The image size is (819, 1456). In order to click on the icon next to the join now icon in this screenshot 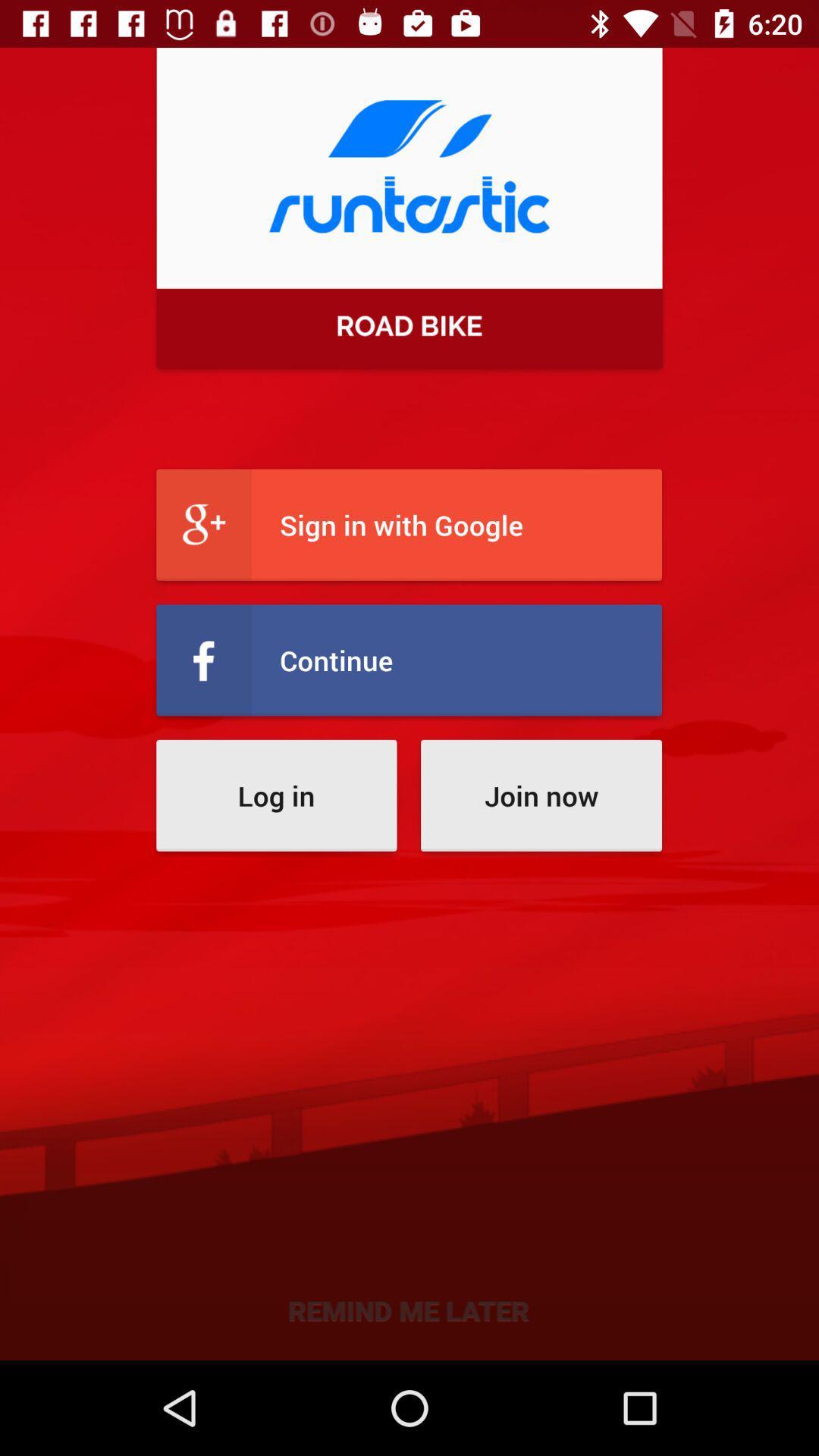, I will do `click(276, 795)`.